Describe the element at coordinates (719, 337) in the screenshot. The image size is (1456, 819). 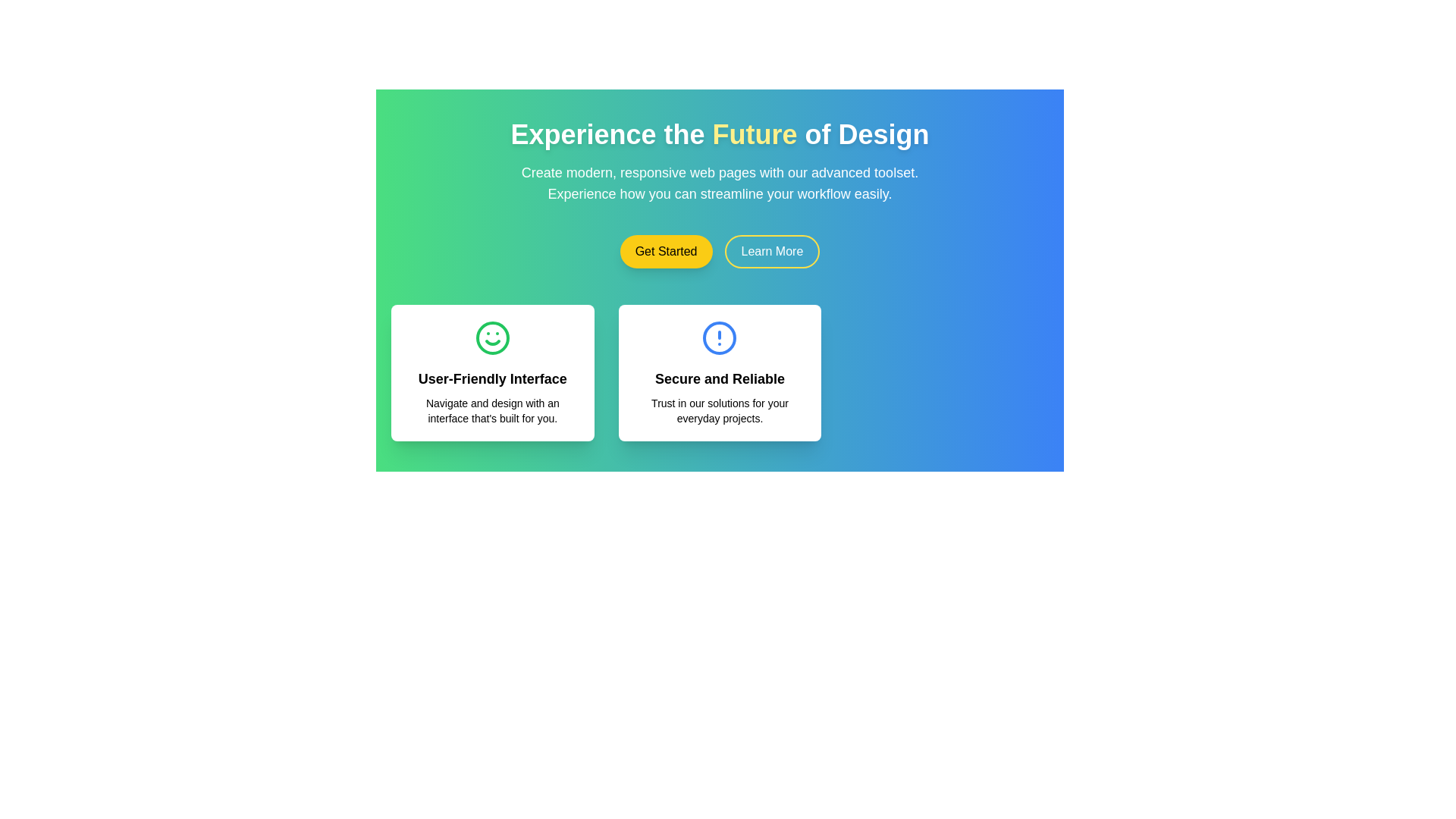
I see `the circular icon with a blue border and blue exclamation mark symbol, which is located in the middle of the card labeled 'Secure and Reliable'` at that location.